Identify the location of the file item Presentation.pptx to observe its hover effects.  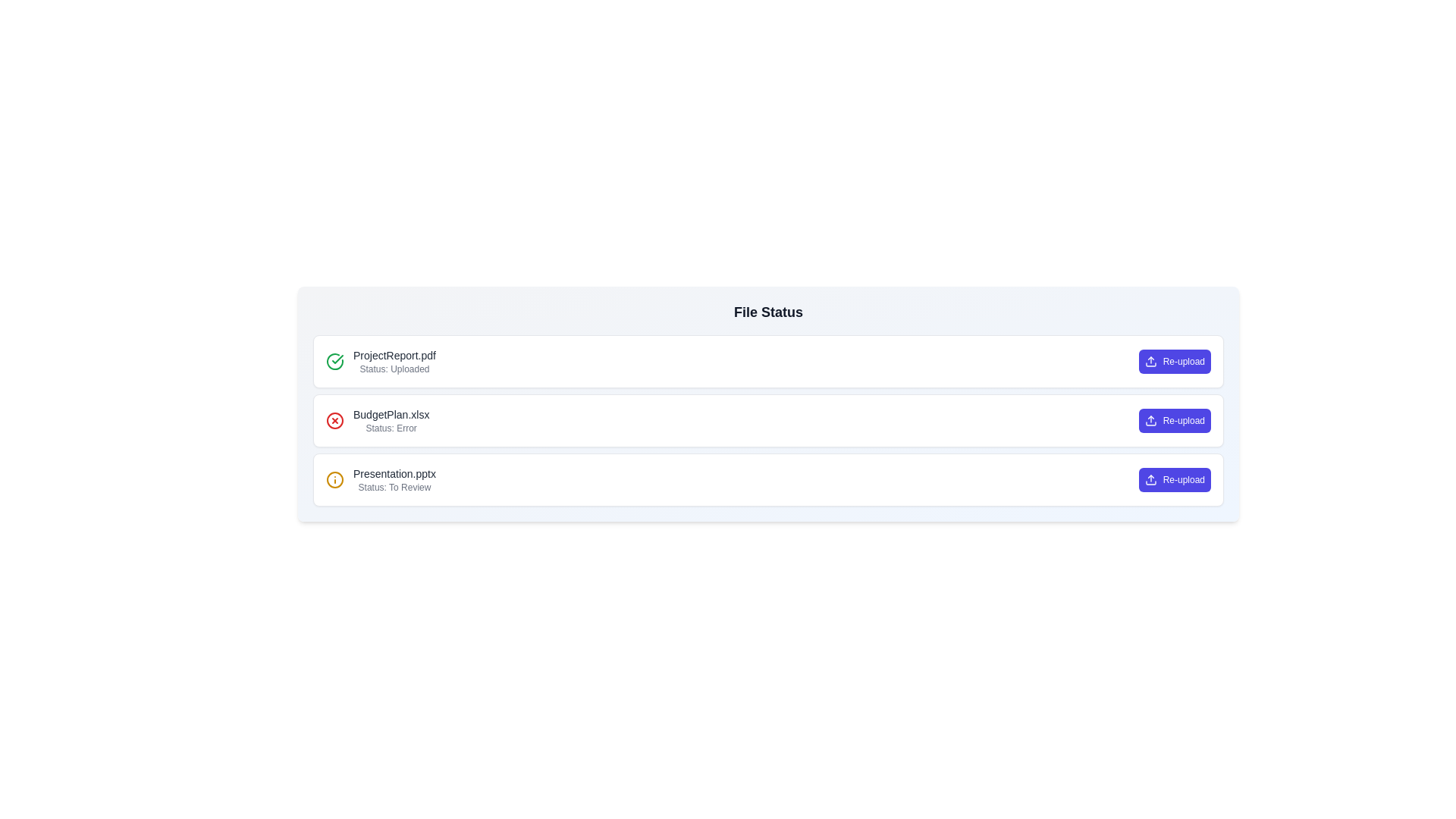
(768, 479).